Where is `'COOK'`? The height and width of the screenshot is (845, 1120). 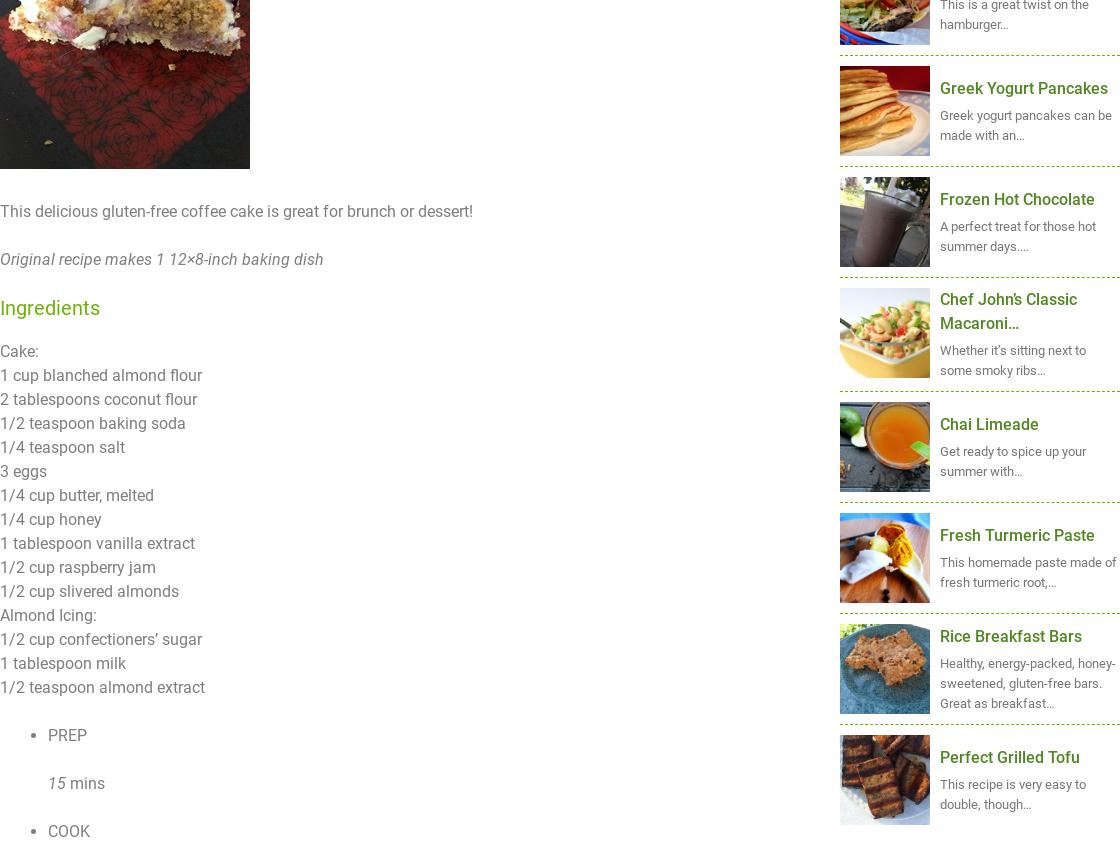 'COOK' is located at coordinates (48, 831).